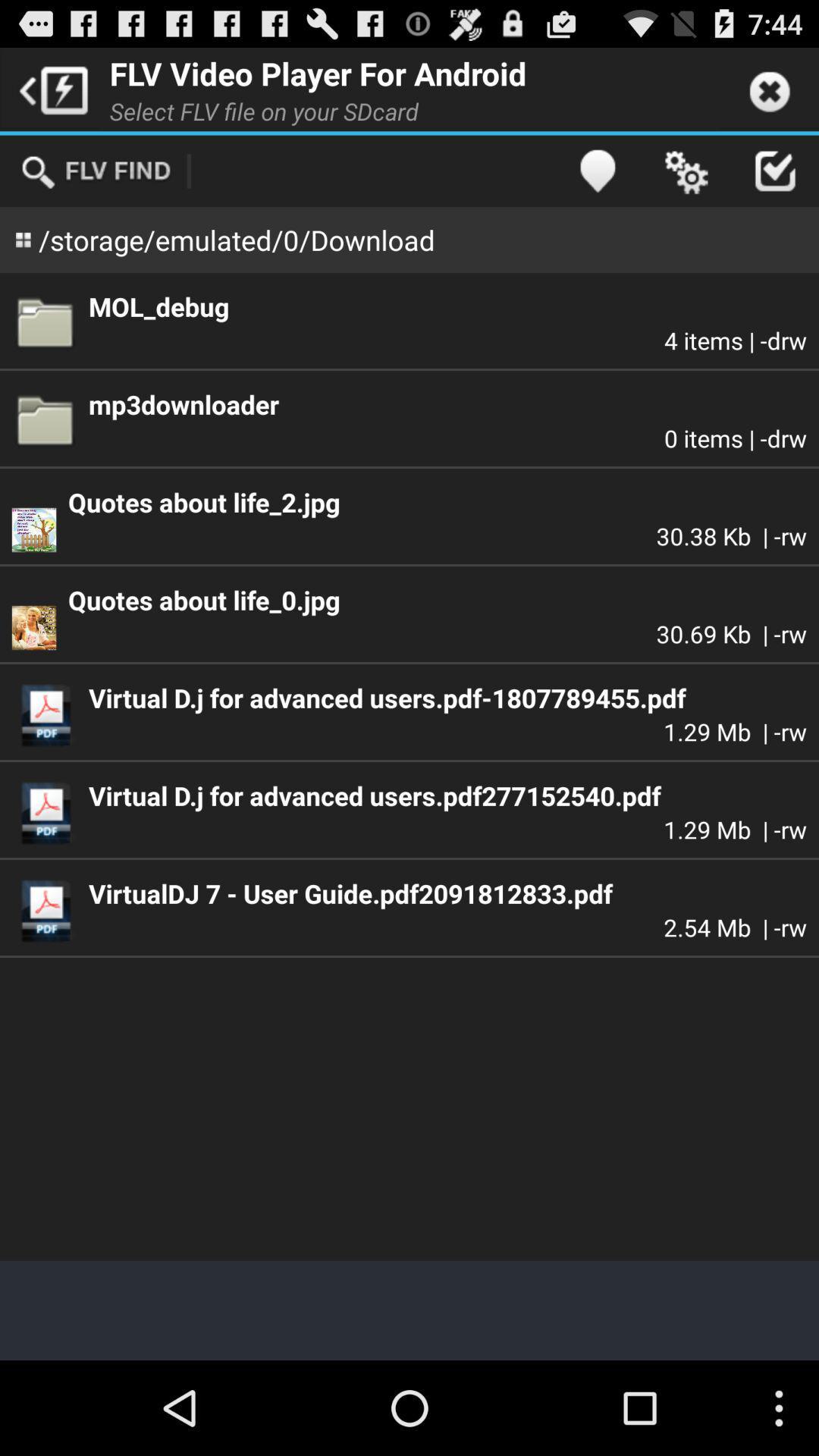 This screenshot has height=1456, width=819. I want to click on item to the left of flv video player icon, so click(49, 88).